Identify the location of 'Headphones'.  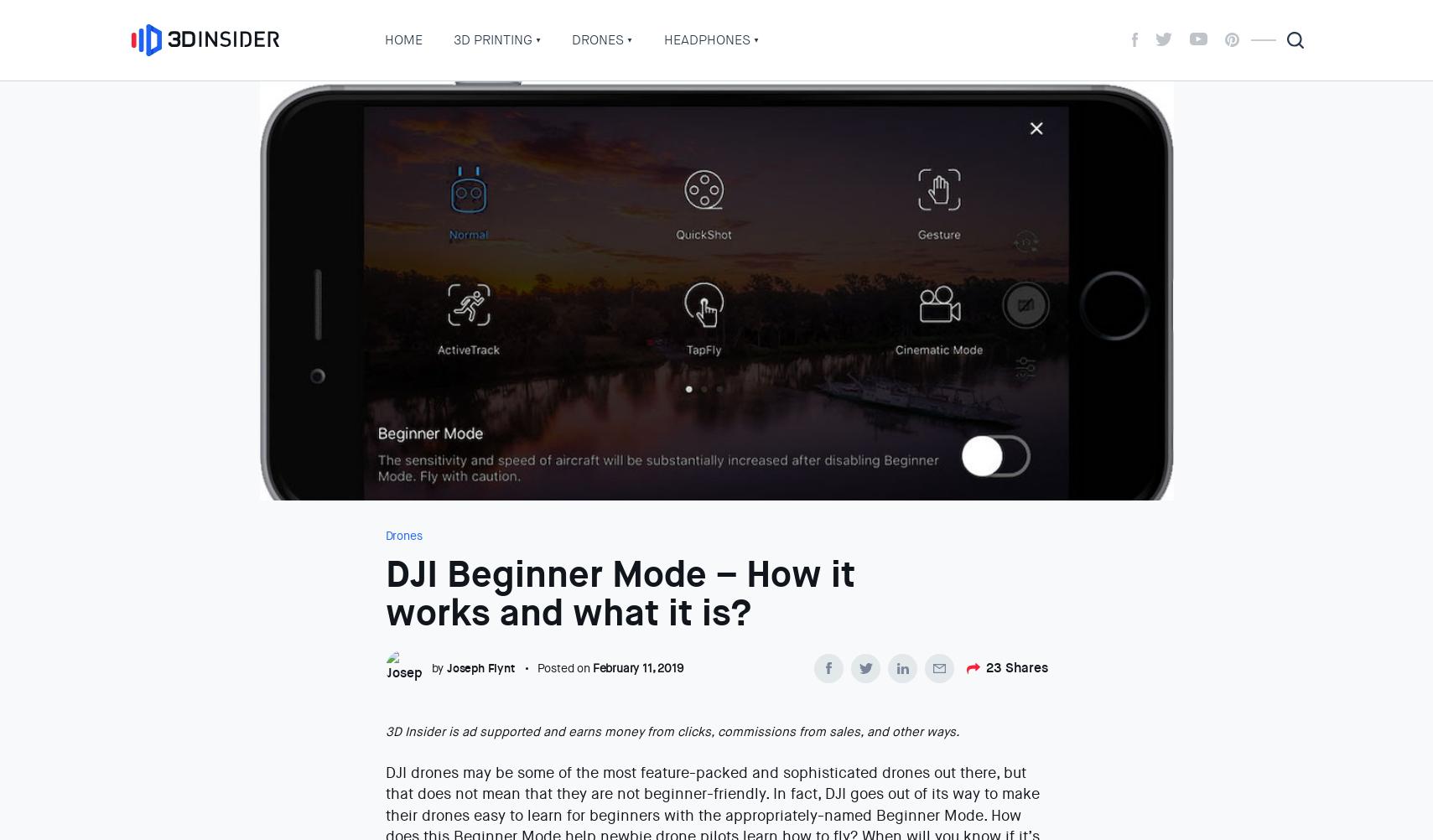
(706, 39).